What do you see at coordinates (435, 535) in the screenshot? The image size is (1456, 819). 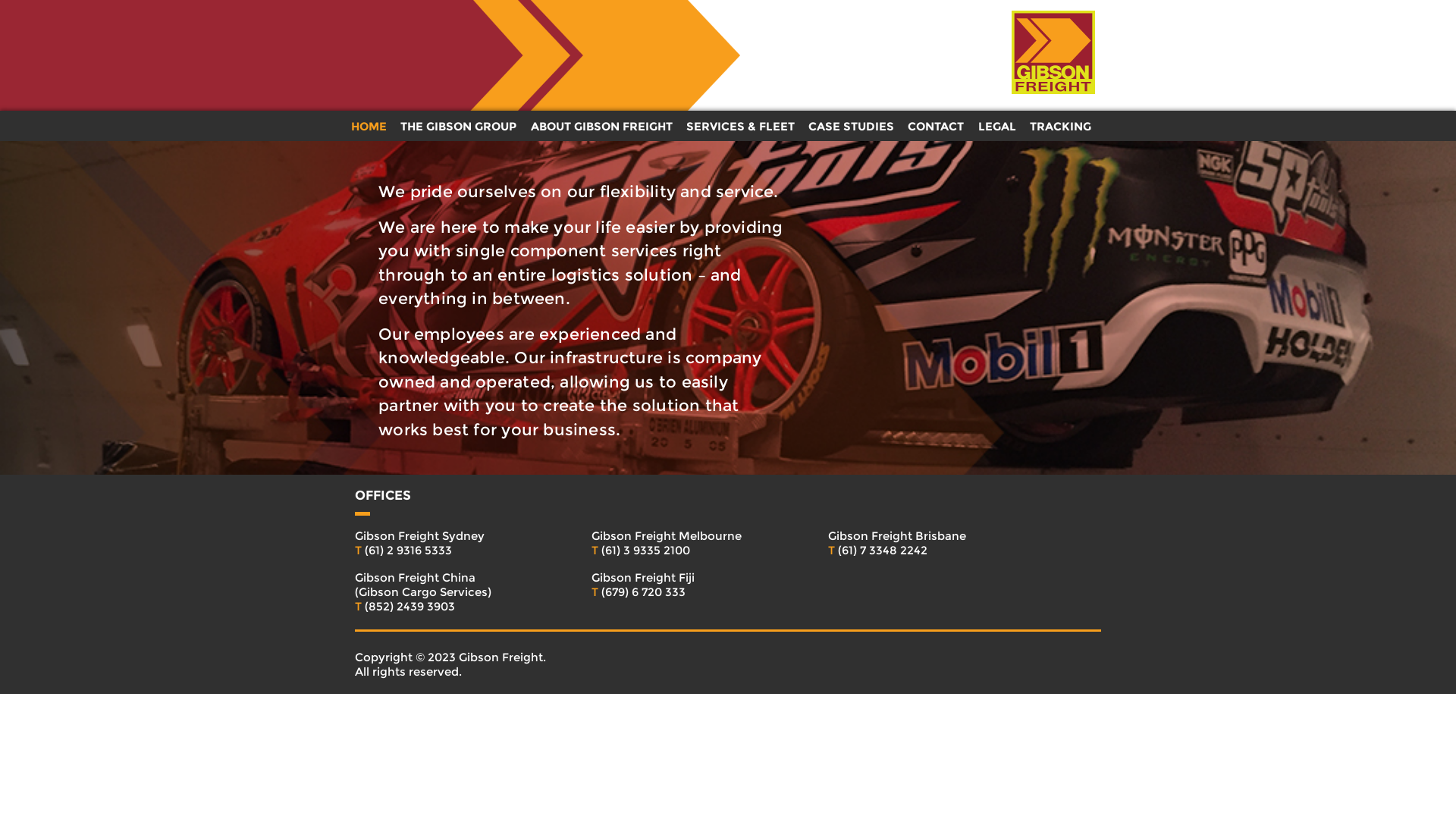 I see `'Gibson Freight Sydney'` at bounding box center [435, 535].